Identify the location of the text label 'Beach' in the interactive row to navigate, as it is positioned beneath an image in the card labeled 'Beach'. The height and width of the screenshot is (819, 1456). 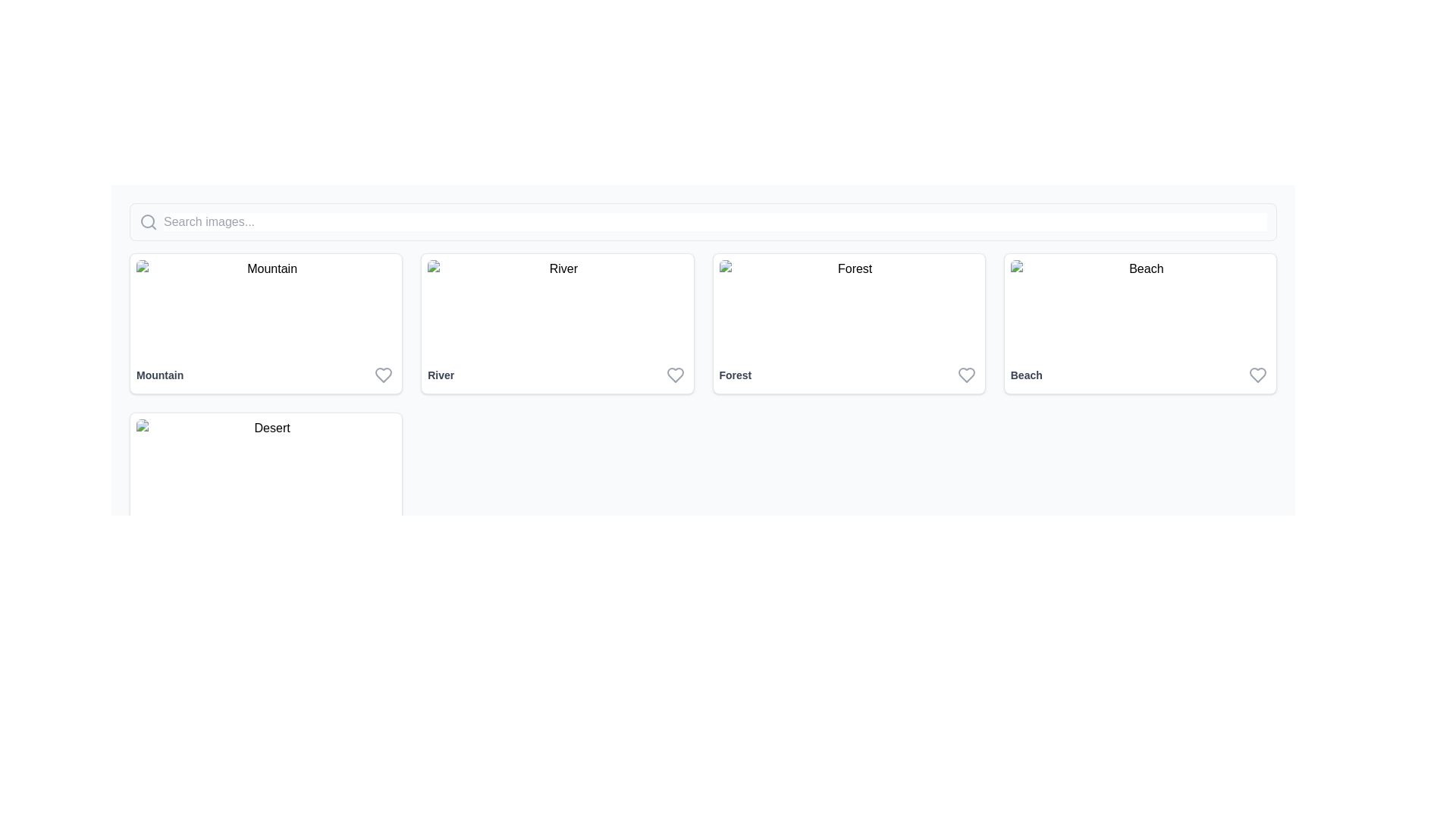
(1140, 375).